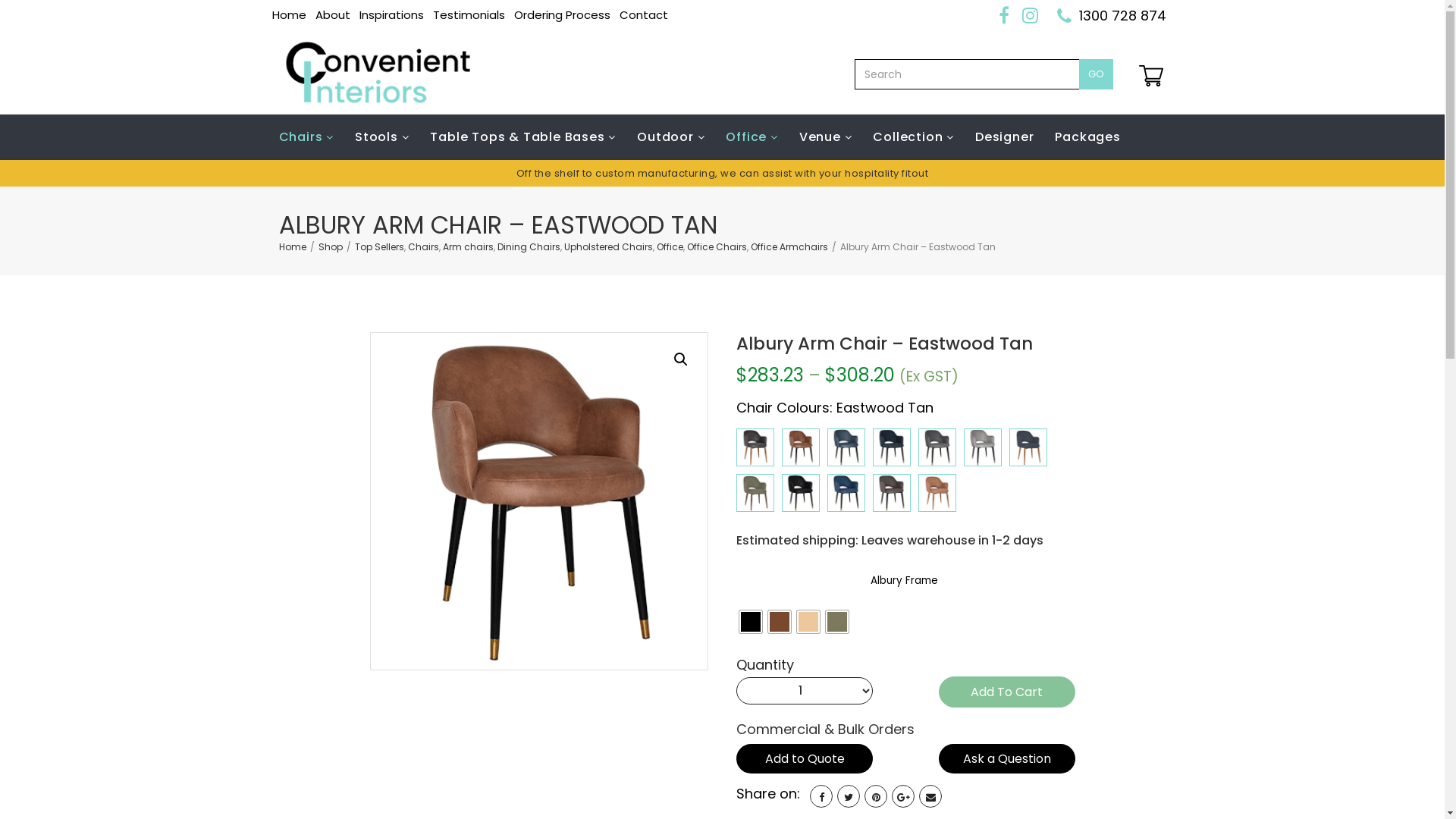 The height and width of the screenshot is (819, 1456). Describe the element at coordinates (800, 493) in the screenshot. I see `'Albury Arm Chair - Vinyl Black'` at that location.